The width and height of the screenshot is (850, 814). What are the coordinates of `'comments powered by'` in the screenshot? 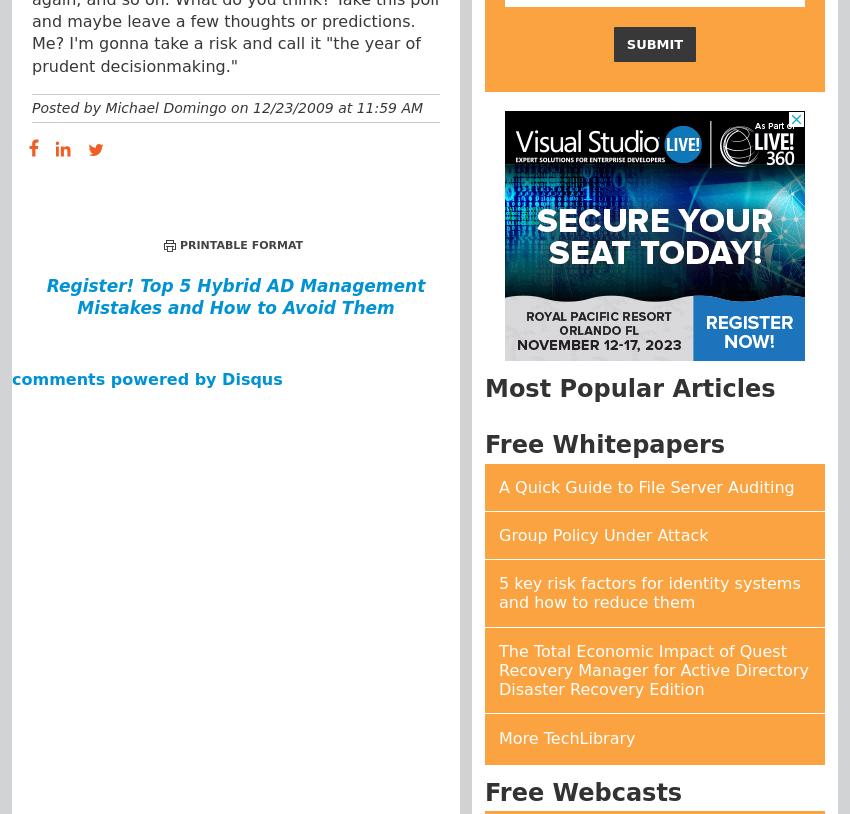 It's located at (115, 378).